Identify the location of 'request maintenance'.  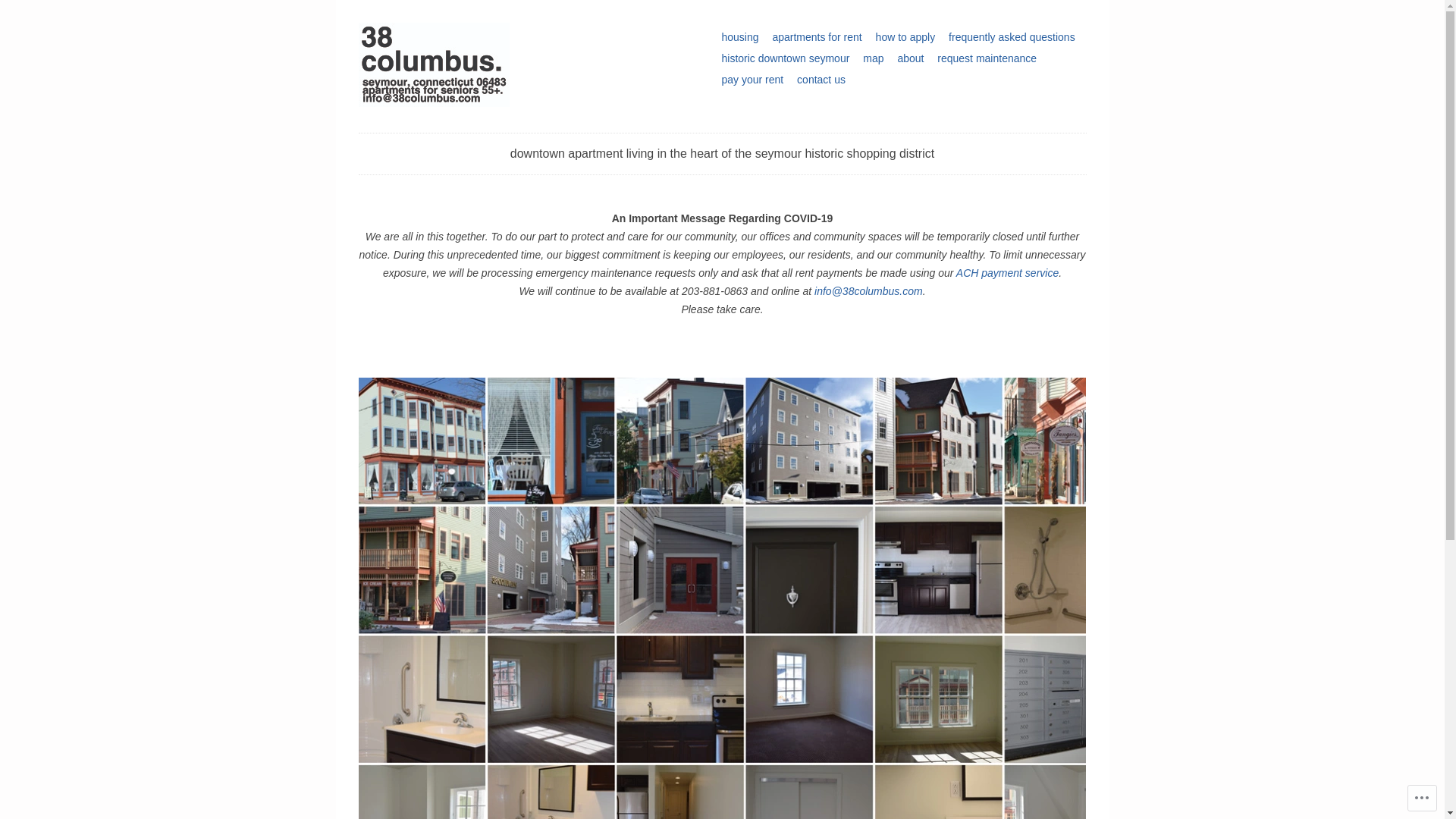
(930, 58).